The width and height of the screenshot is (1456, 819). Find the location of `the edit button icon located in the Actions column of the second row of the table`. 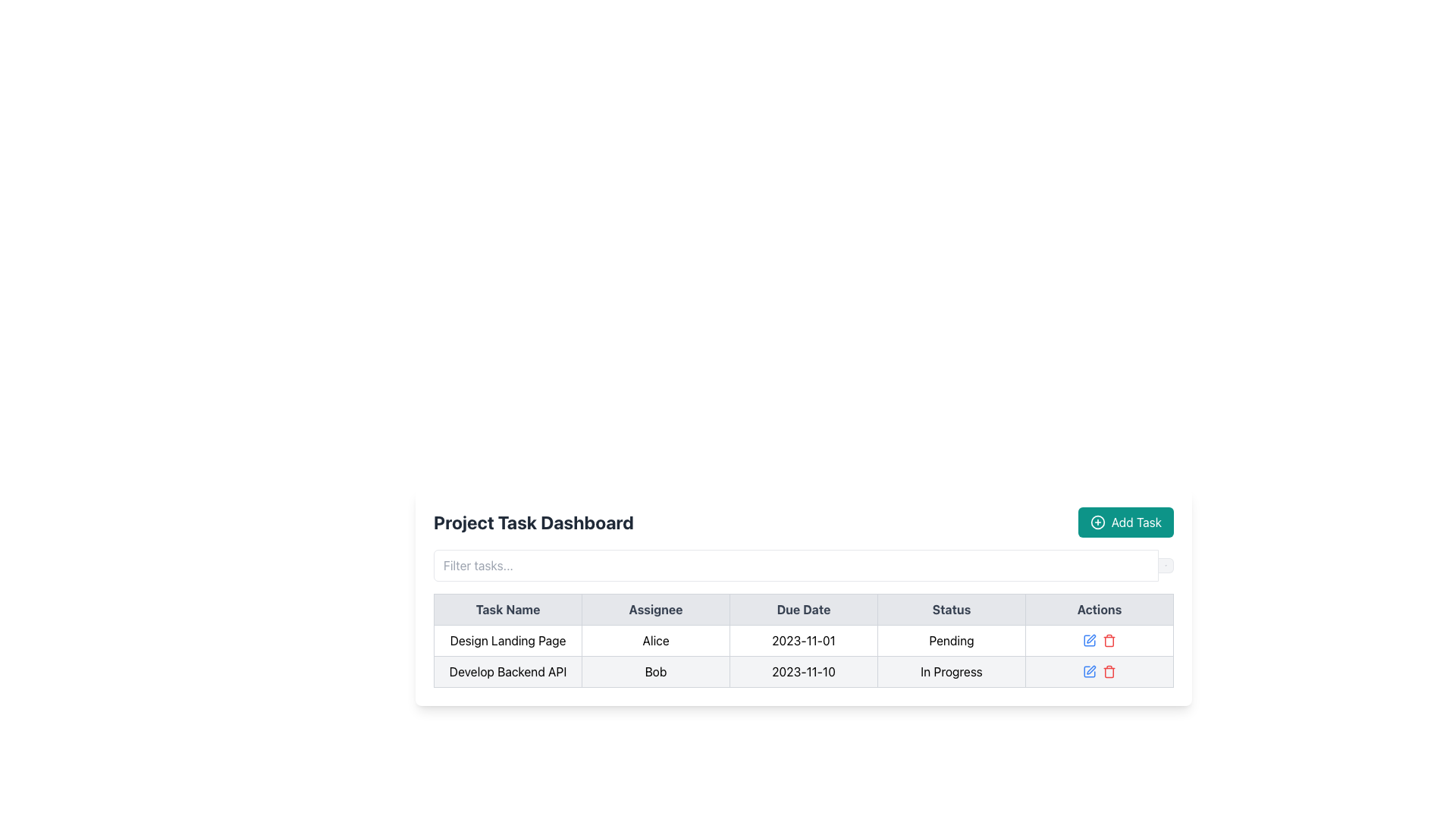

the edit button icon located in the Actions column of the second row of the table is located at coordinates (1088, 640).